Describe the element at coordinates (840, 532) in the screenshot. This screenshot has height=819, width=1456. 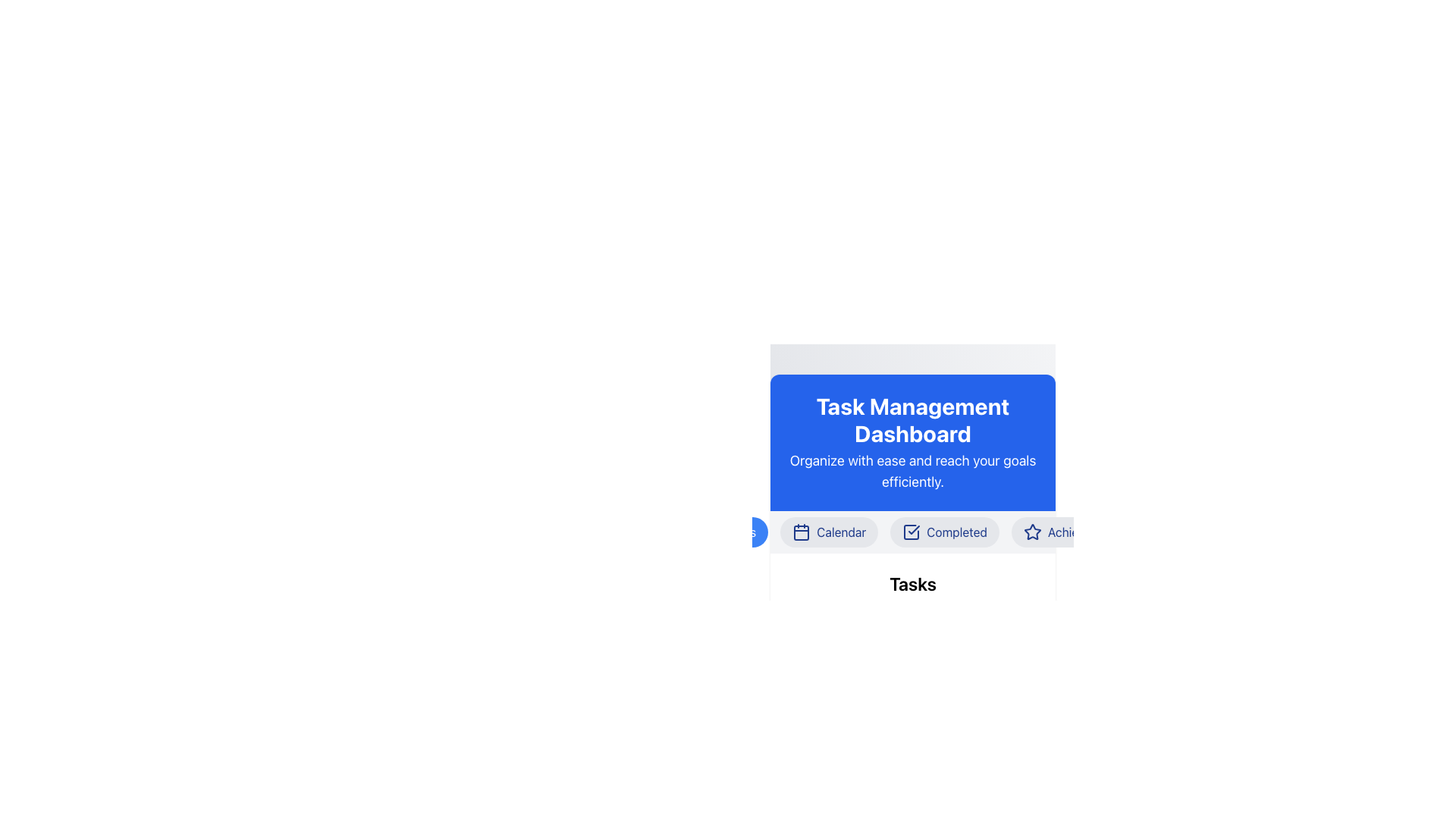
I see `the 'Calendar' text label, which is styled in blue and adjacent to a calendar icon, located in the horizontal navigation bar under the task management dashboard` at that location.